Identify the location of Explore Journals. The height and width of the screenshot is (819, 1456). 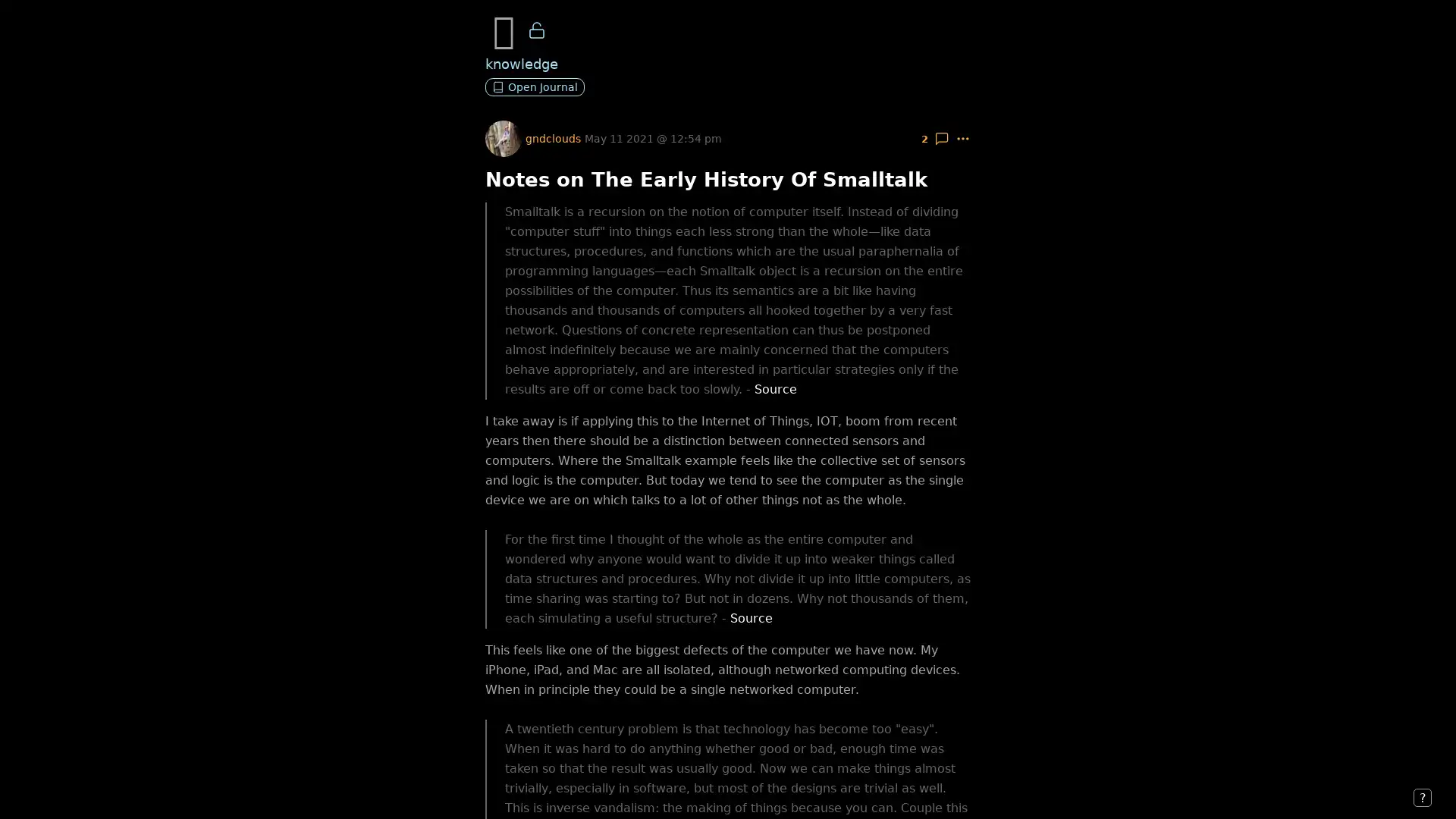
(70, 789).